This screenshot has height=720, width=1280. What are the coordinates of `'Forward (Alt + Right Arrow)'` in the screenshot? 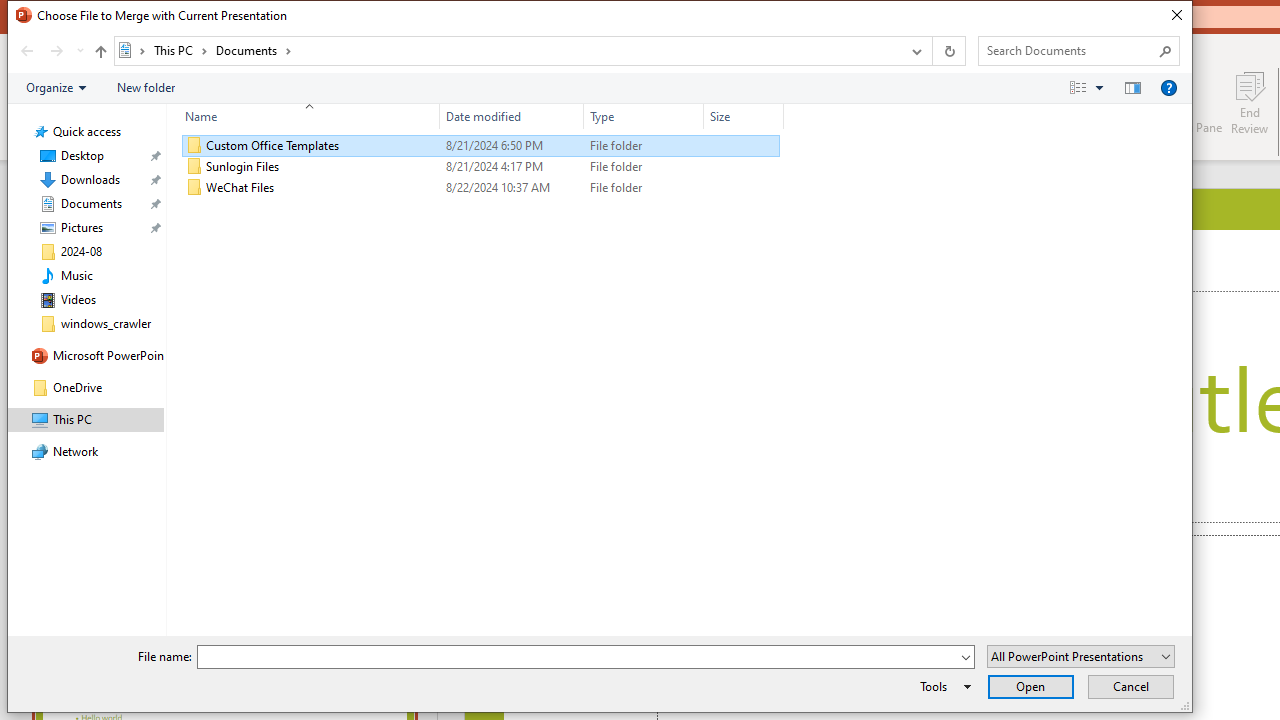 It's located at (56, 50).